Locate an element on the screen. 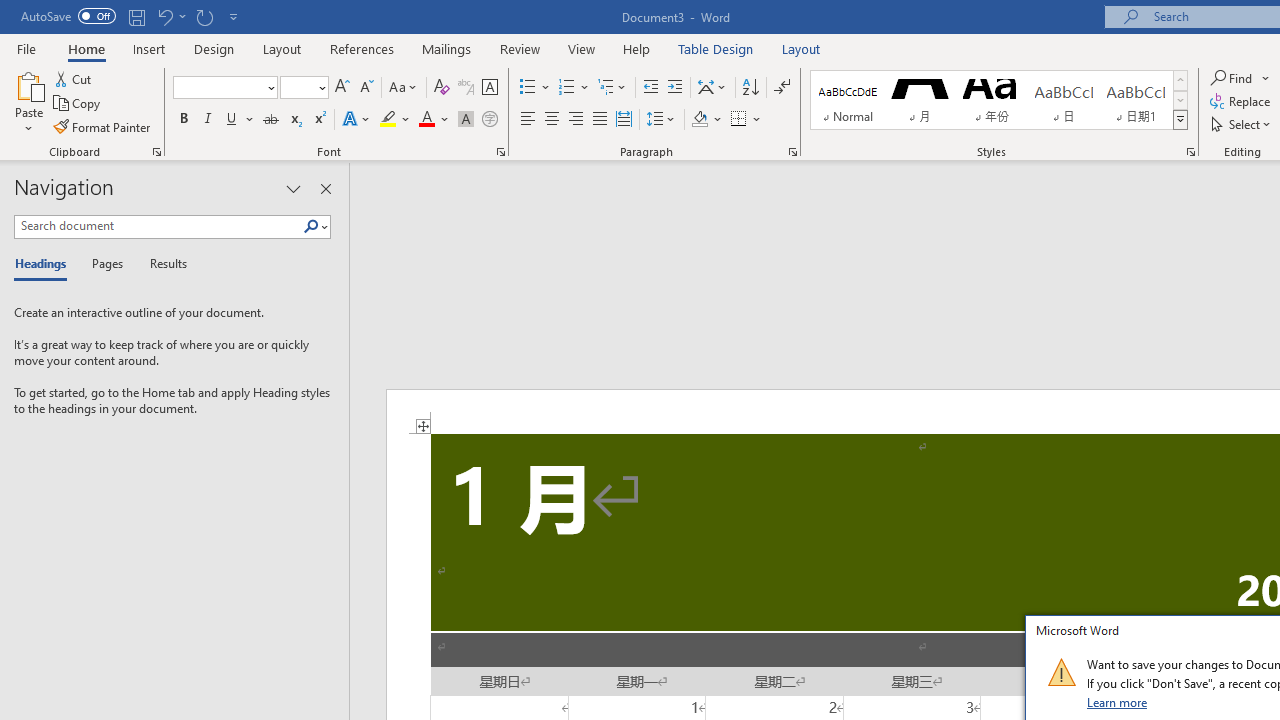  'Show/Hide Editing Marks' is located at coordinates (781, 86).